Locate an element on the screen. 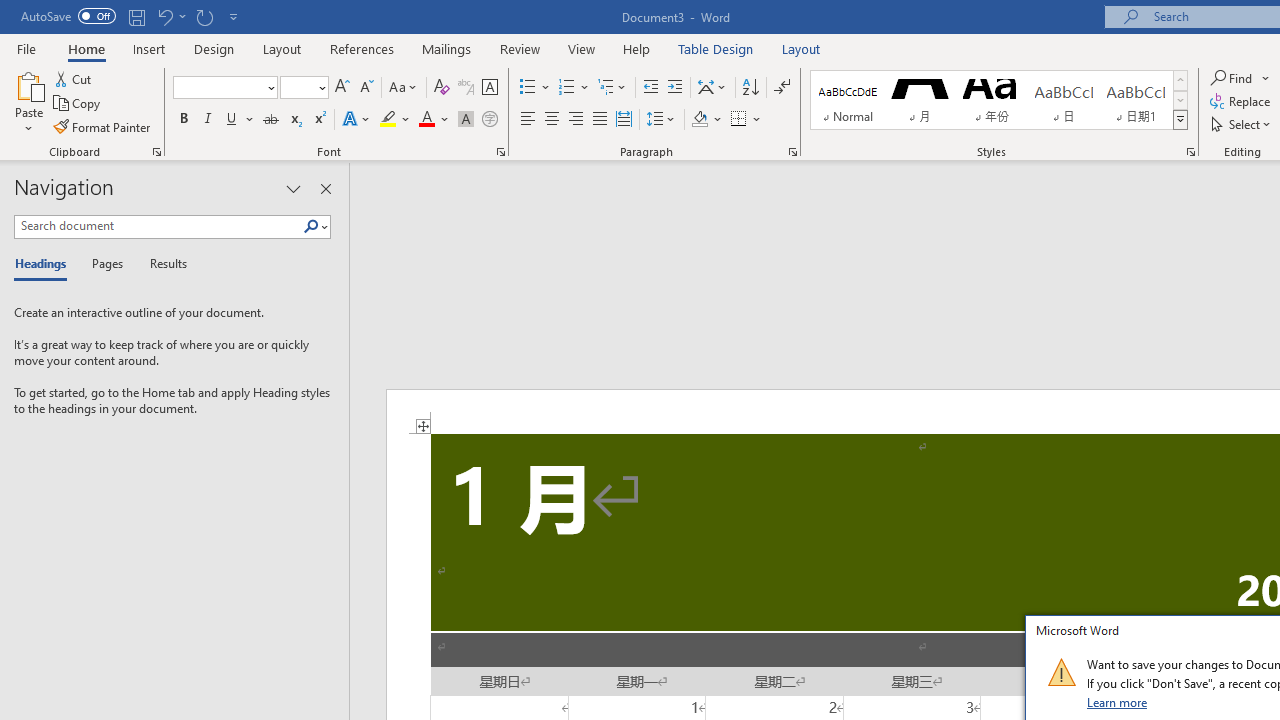  'Show/Hide Editing Marks' is located at coordinates (781, 86).